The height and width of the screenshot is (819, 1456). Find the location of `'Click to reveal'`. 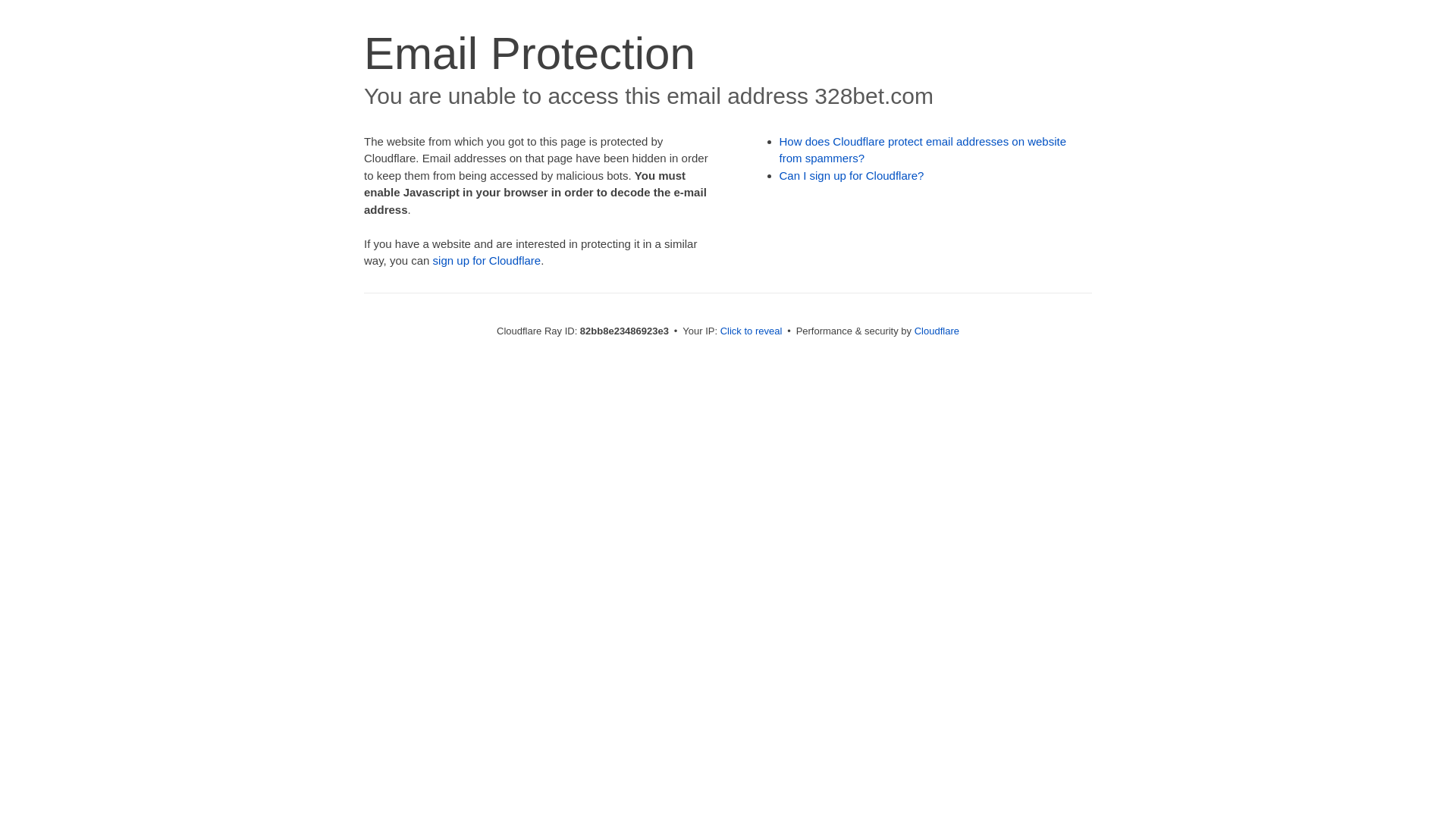

'Click to reveal' is located at coordinates (751, 330).